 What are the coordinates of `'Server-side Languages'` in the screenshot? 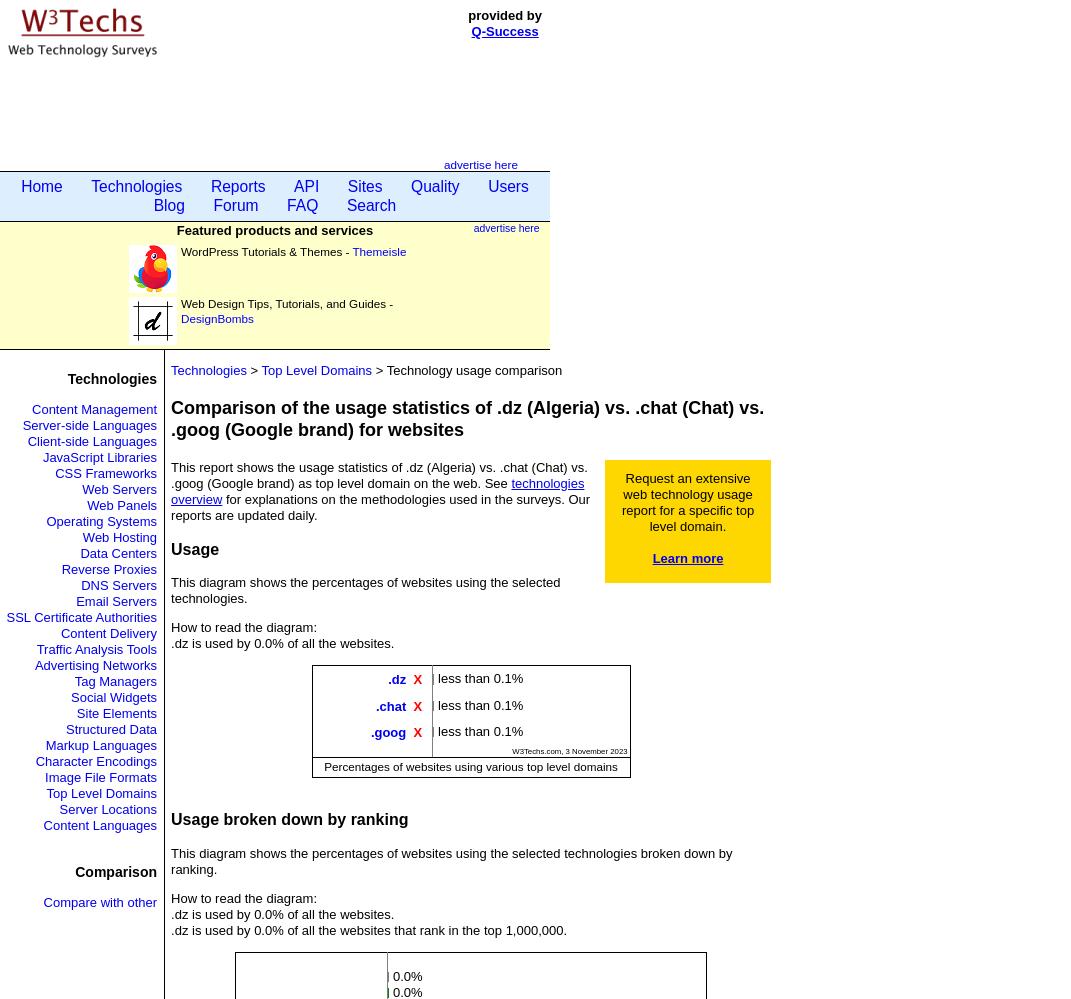 It's located at (89, 424).